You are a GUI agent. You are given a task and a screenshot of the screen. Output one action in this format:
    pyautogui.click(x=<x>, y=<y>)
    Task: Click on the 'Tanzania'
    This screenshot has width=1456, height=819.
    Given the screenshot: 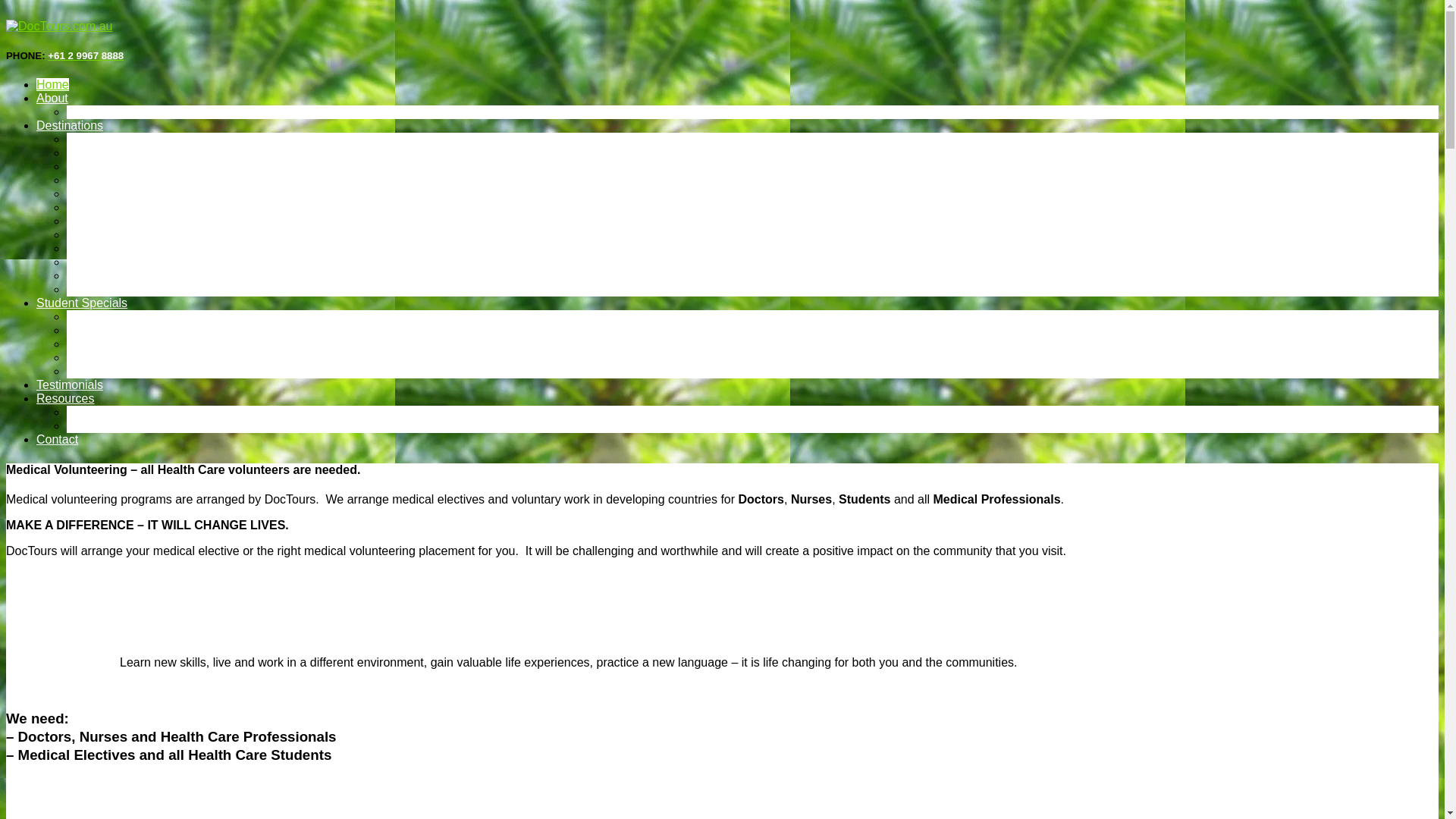 What is the action you would take?
    pyautogui.click(x=90, y=221)
    